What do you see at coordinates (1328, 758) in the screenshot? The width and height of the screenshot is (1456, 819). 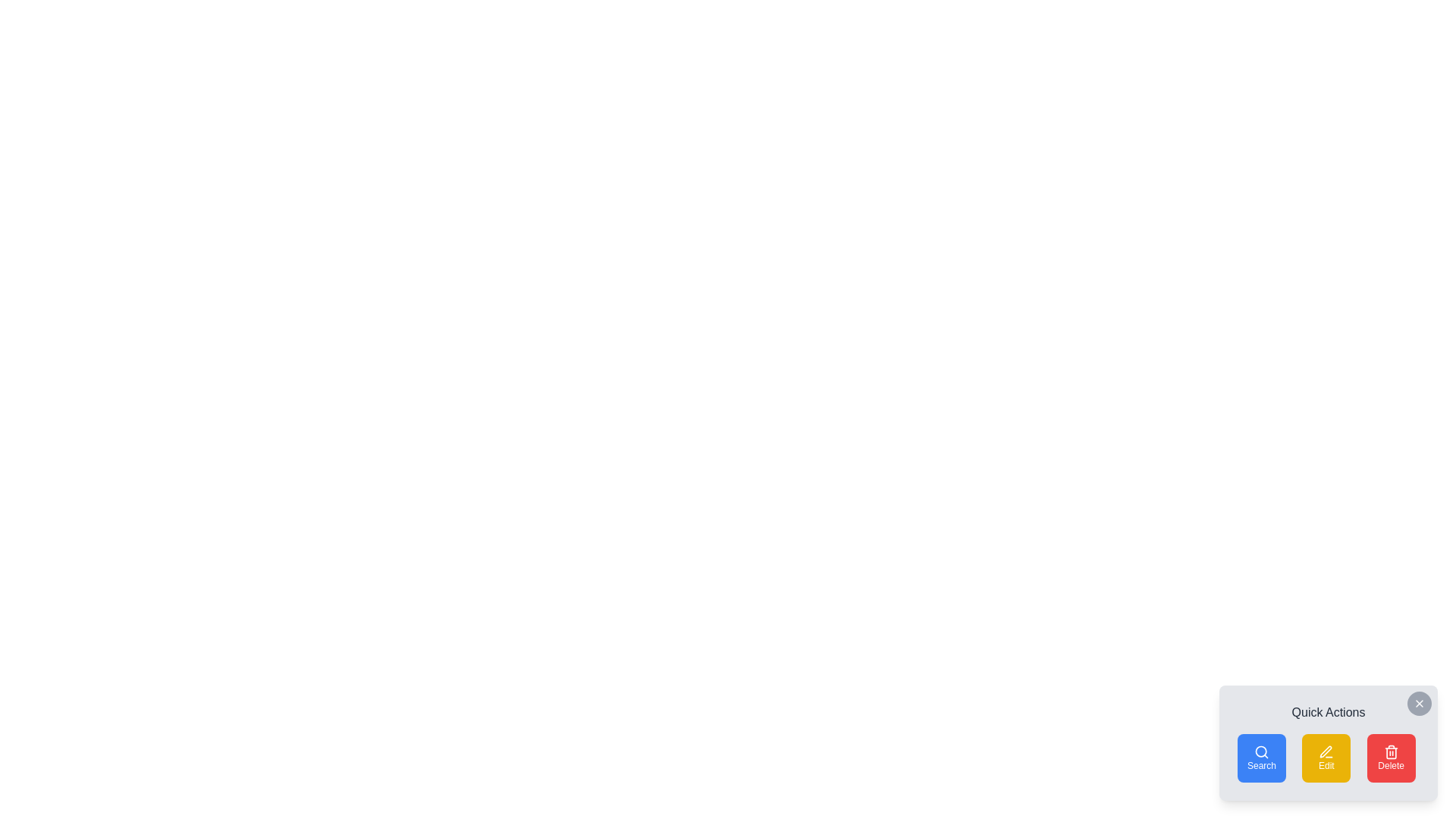 I see `the 'Edit' button located in the middle of a 'Quick Actions' panel at the bottom-right corner of the interface` at bounding box center [1328, 758].